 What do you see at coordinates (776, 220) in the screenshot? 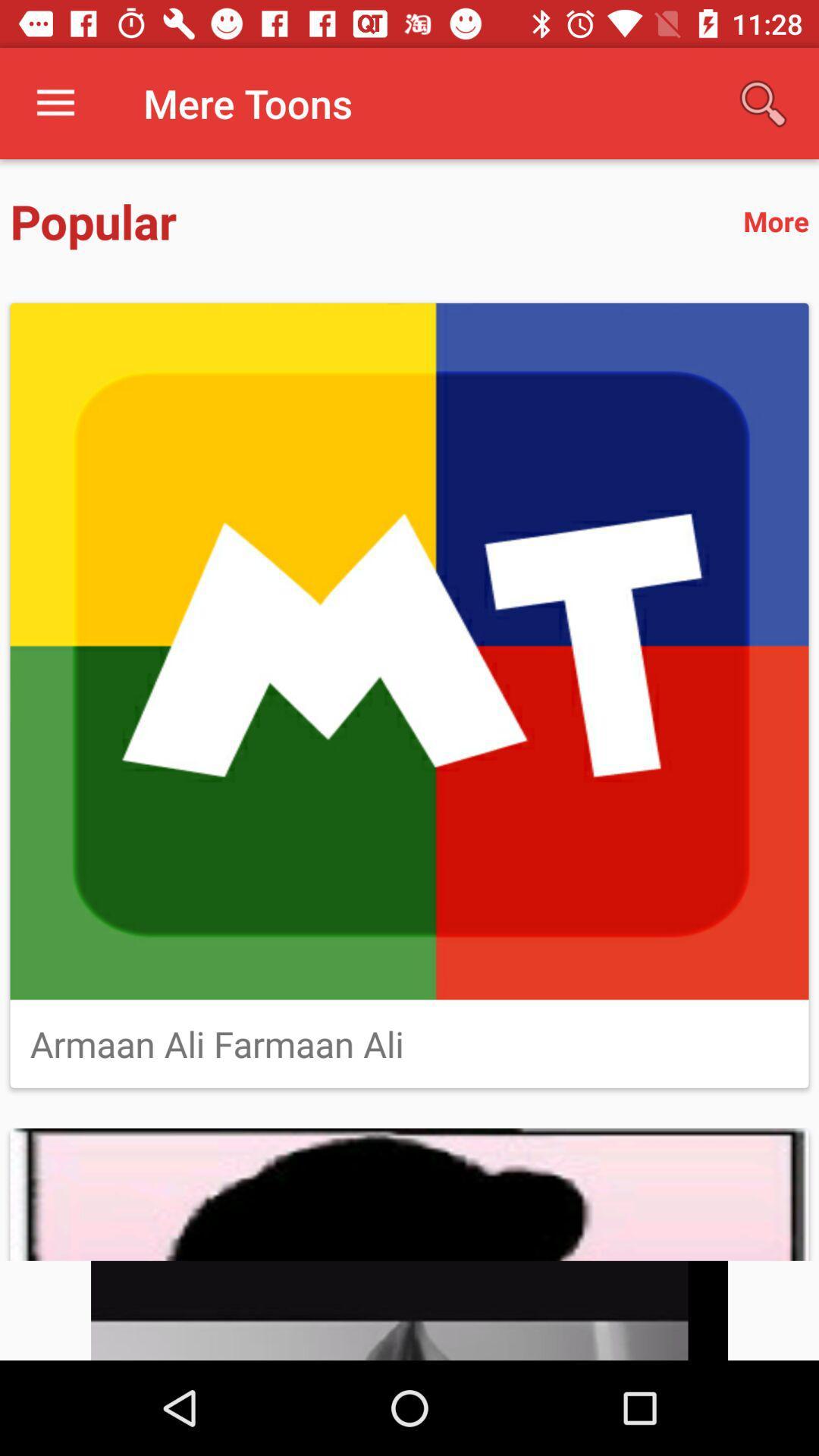
I see `more` at bounding box center [776, 220].